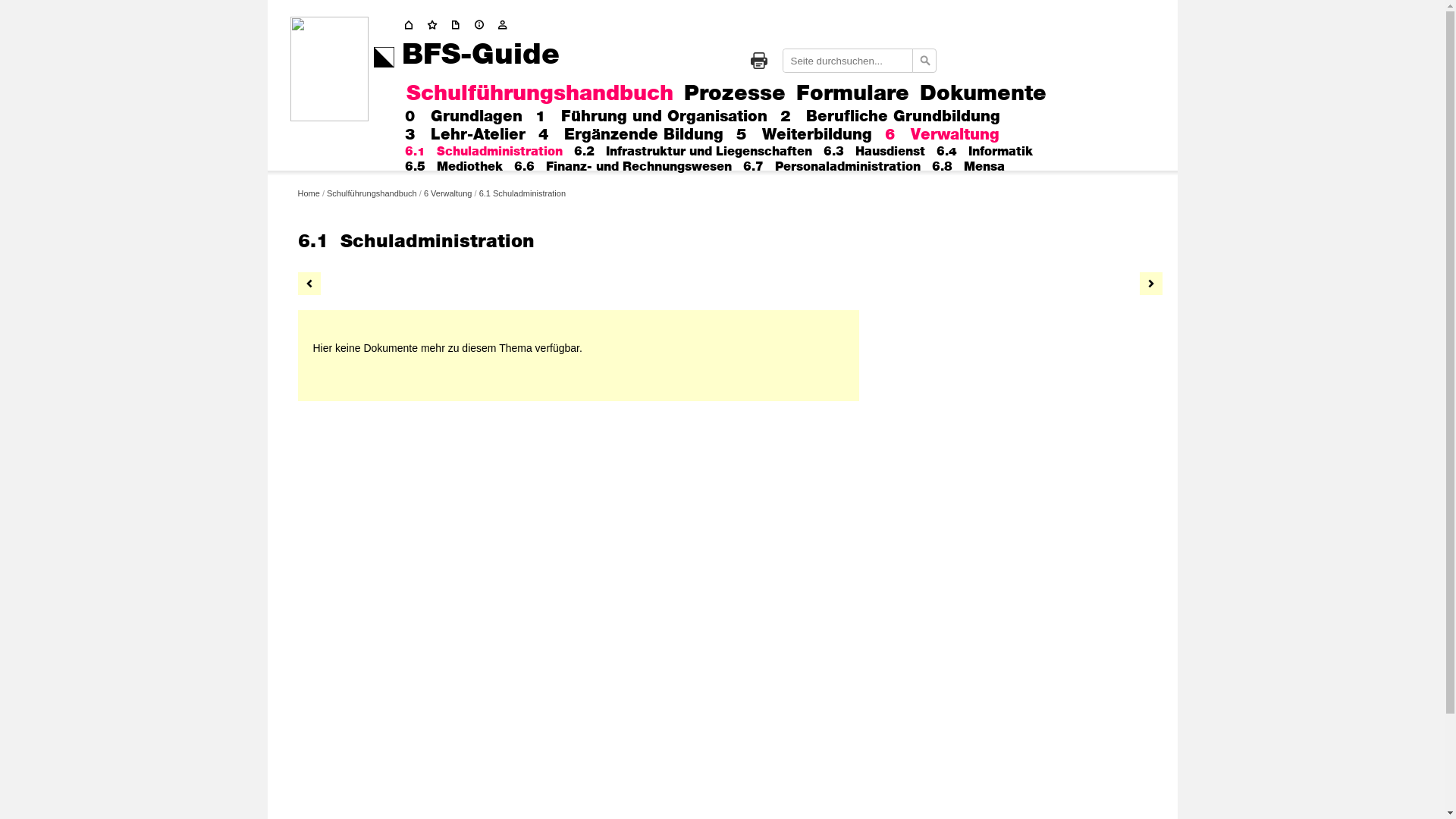 The width and height of the screenshot is (1456, 819). Describe the element at coordinates (759, 60) in the screenshot. I see `'Drucken'` at that location.